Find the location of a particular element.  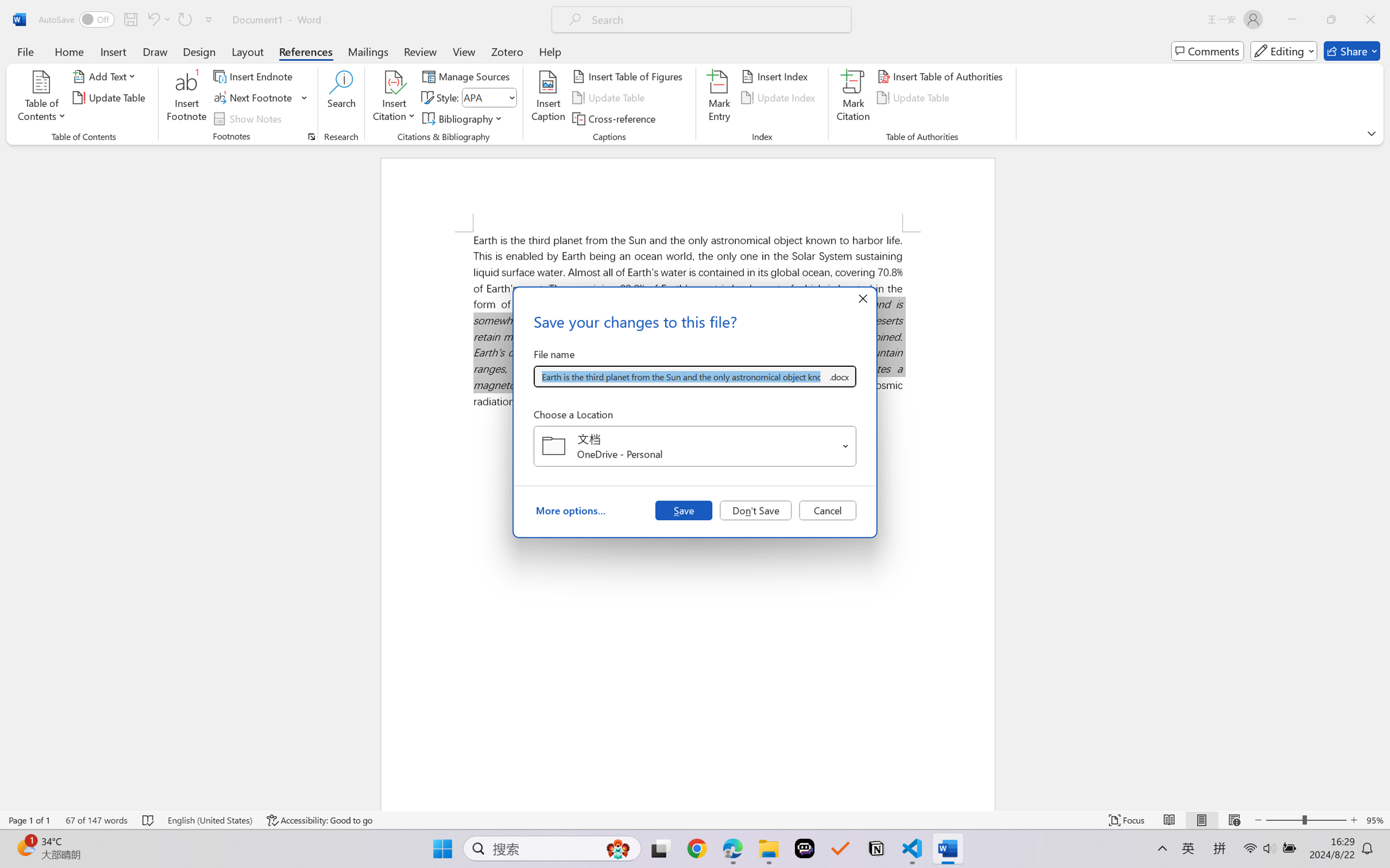

'Insert Caption...' is located at coordinates (548, 98).